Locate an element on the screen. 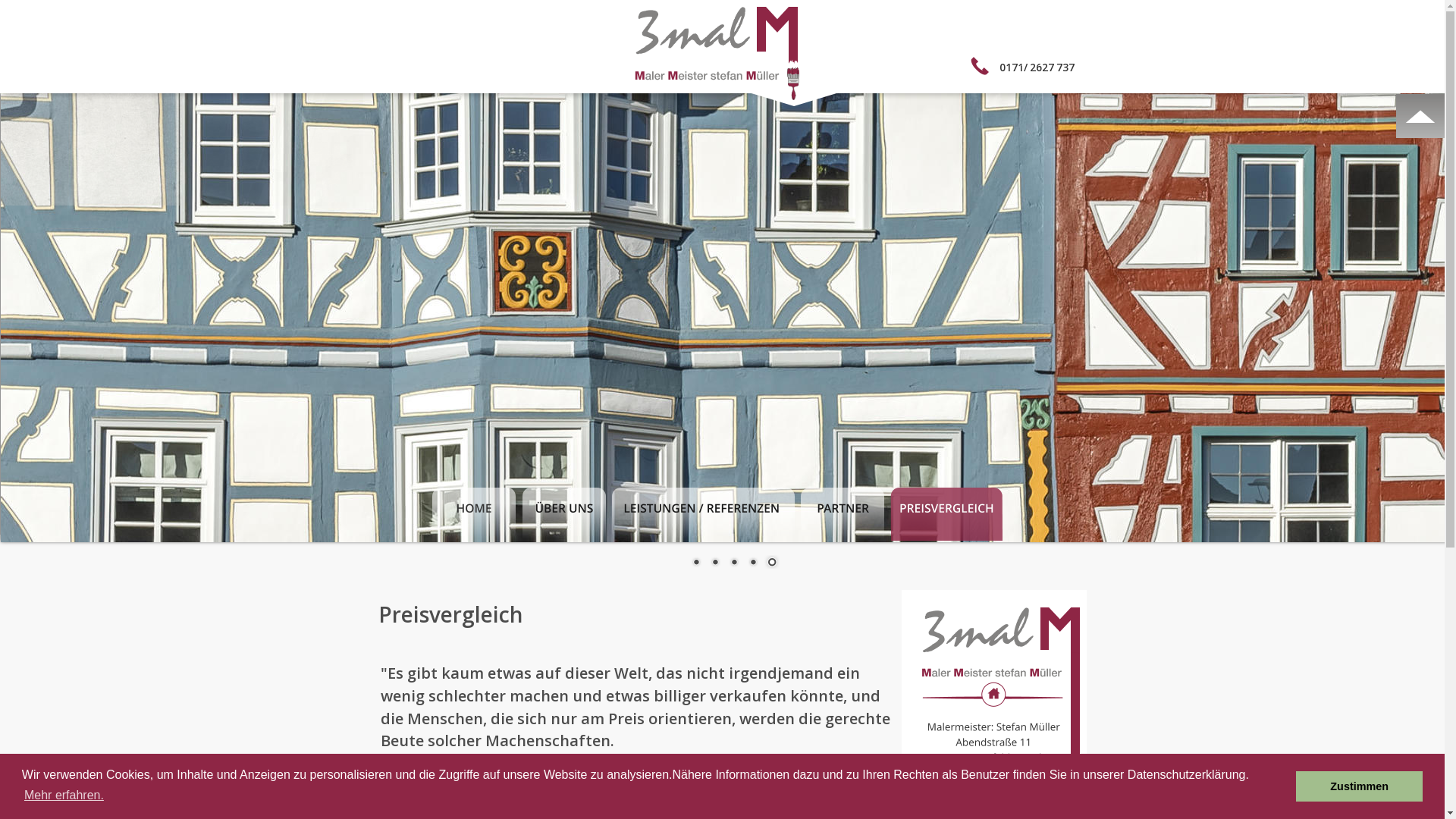  '737' is located at coordinates (1065, 66).